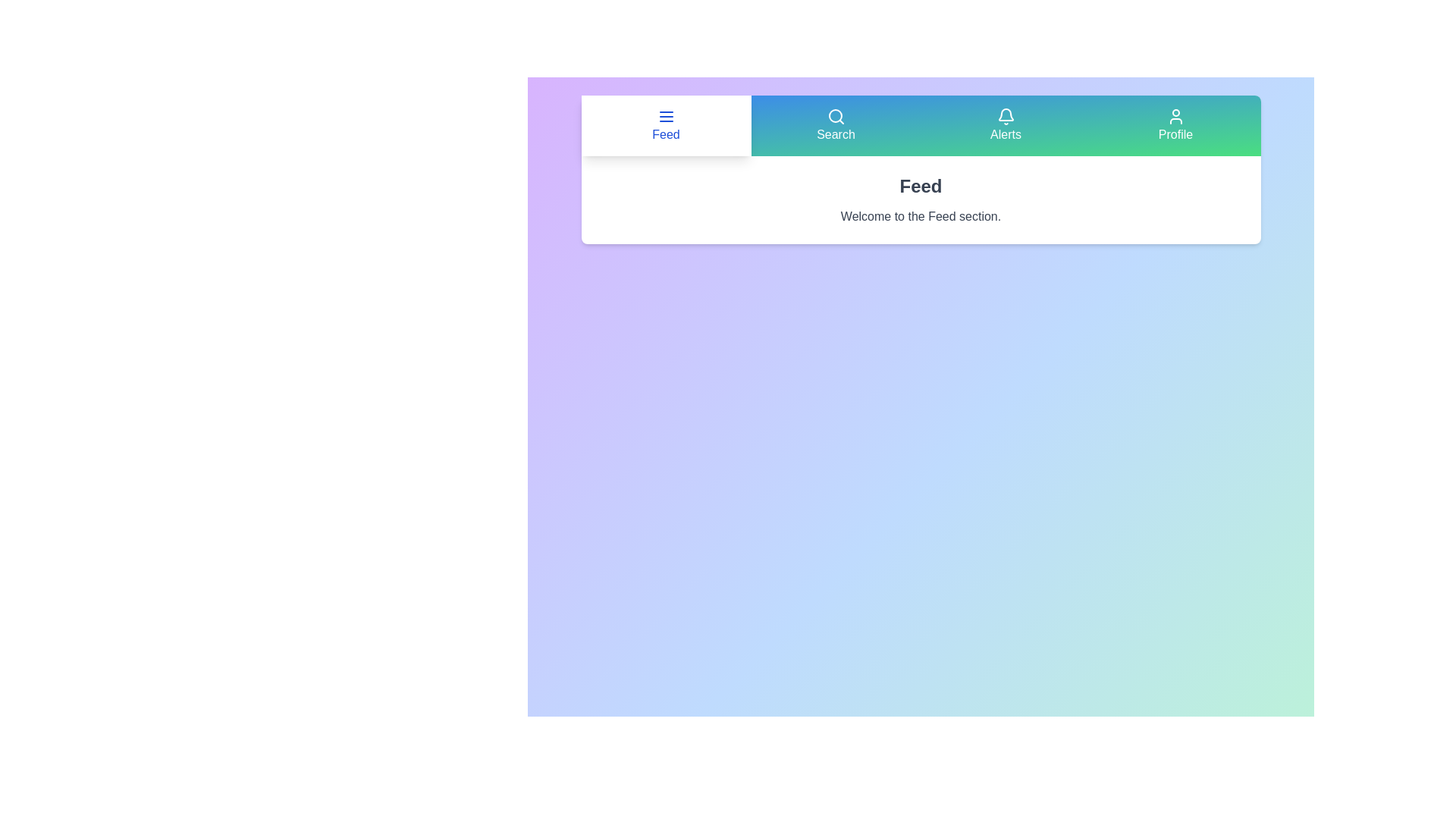 The width and height of the screenshot is (1456, 819). What do you see at coordinates (1006, 124) in the screenshot?
I see `the Alerts tab` at bounding box center [1006, 124].